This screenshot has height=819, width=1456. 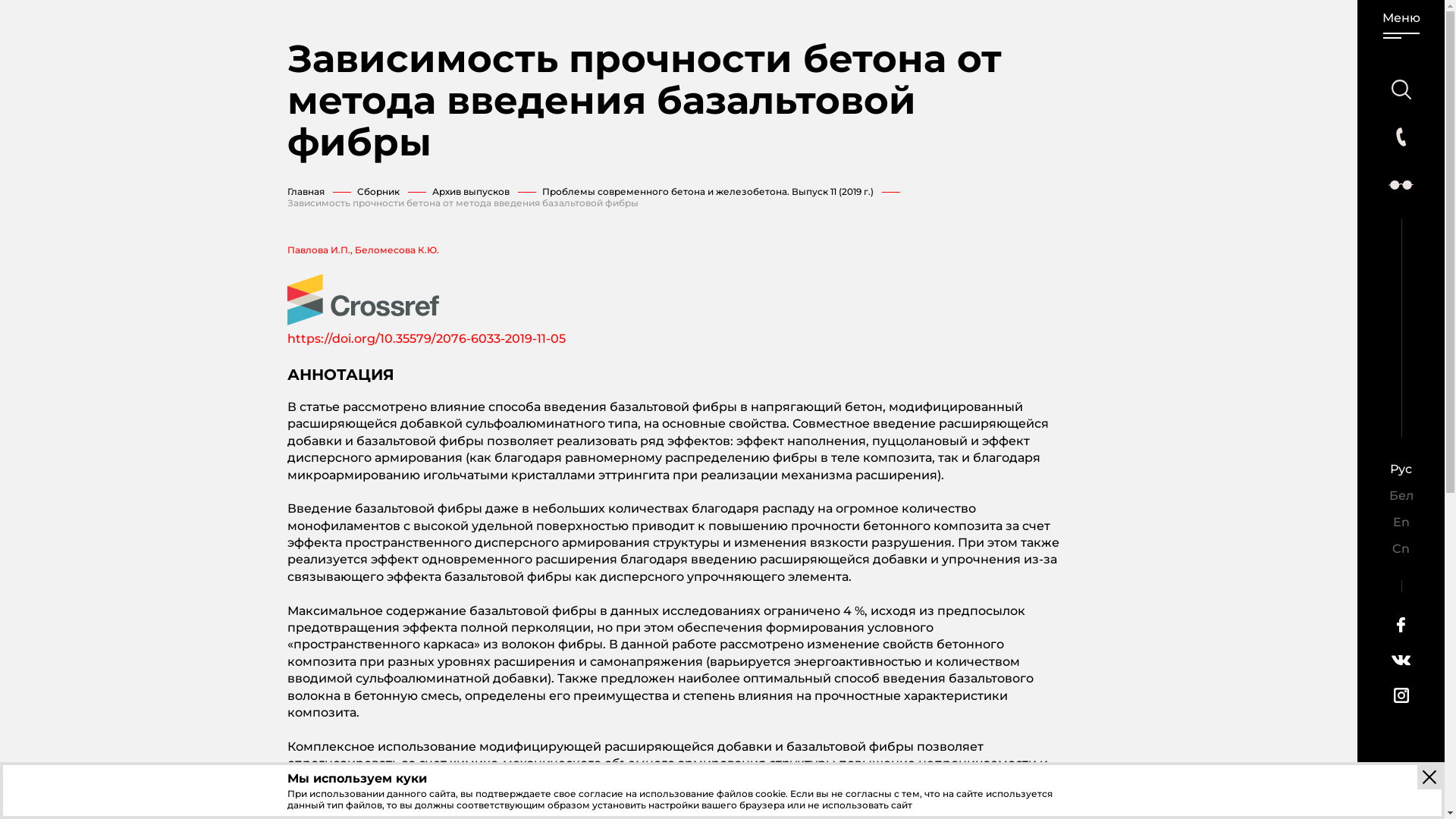 I want to click on 'Cn', so click(x=1400, y=548).